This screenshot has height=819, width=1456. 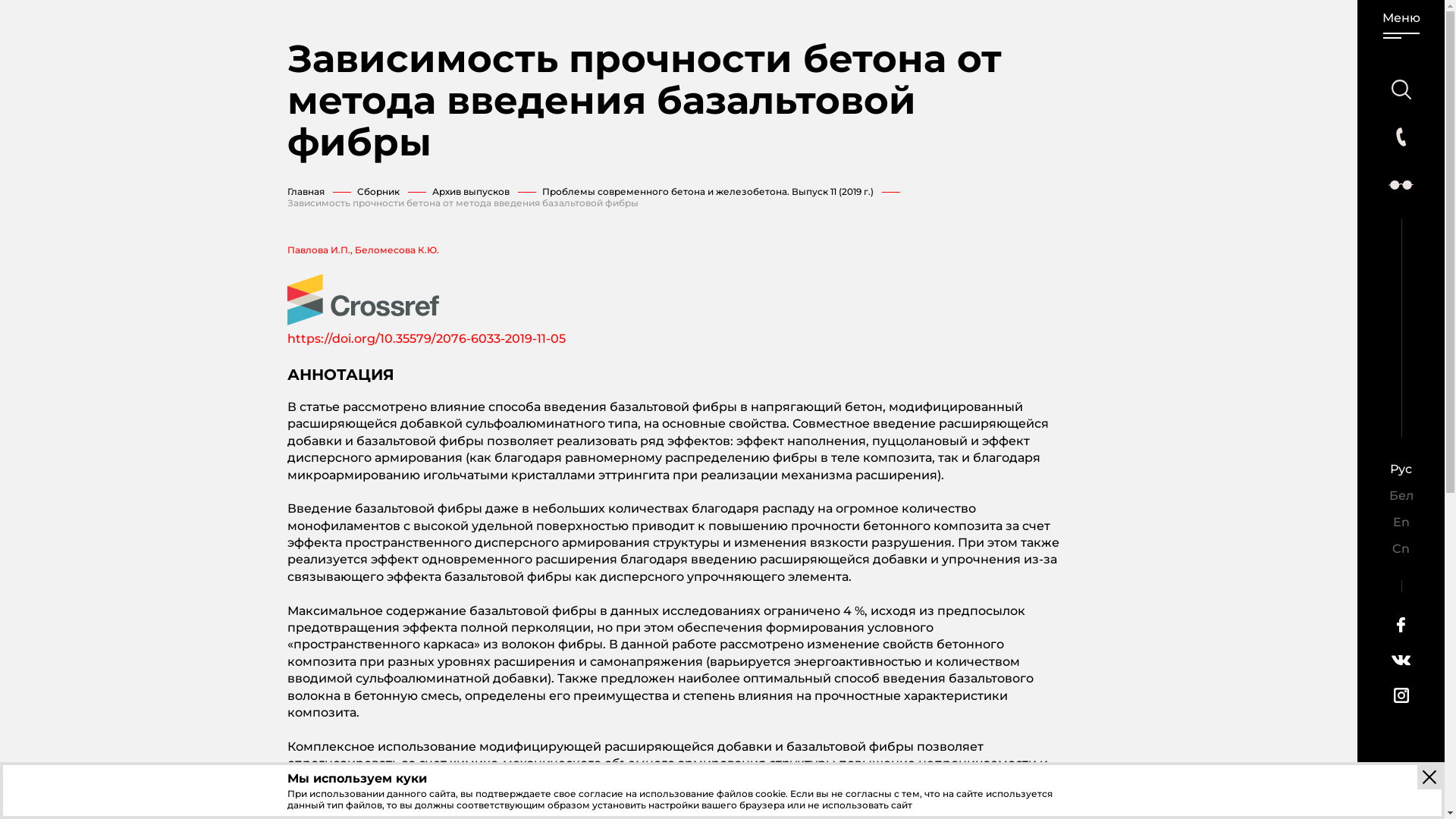 I want to click on 'Cn', so click(x=1400, y=548).